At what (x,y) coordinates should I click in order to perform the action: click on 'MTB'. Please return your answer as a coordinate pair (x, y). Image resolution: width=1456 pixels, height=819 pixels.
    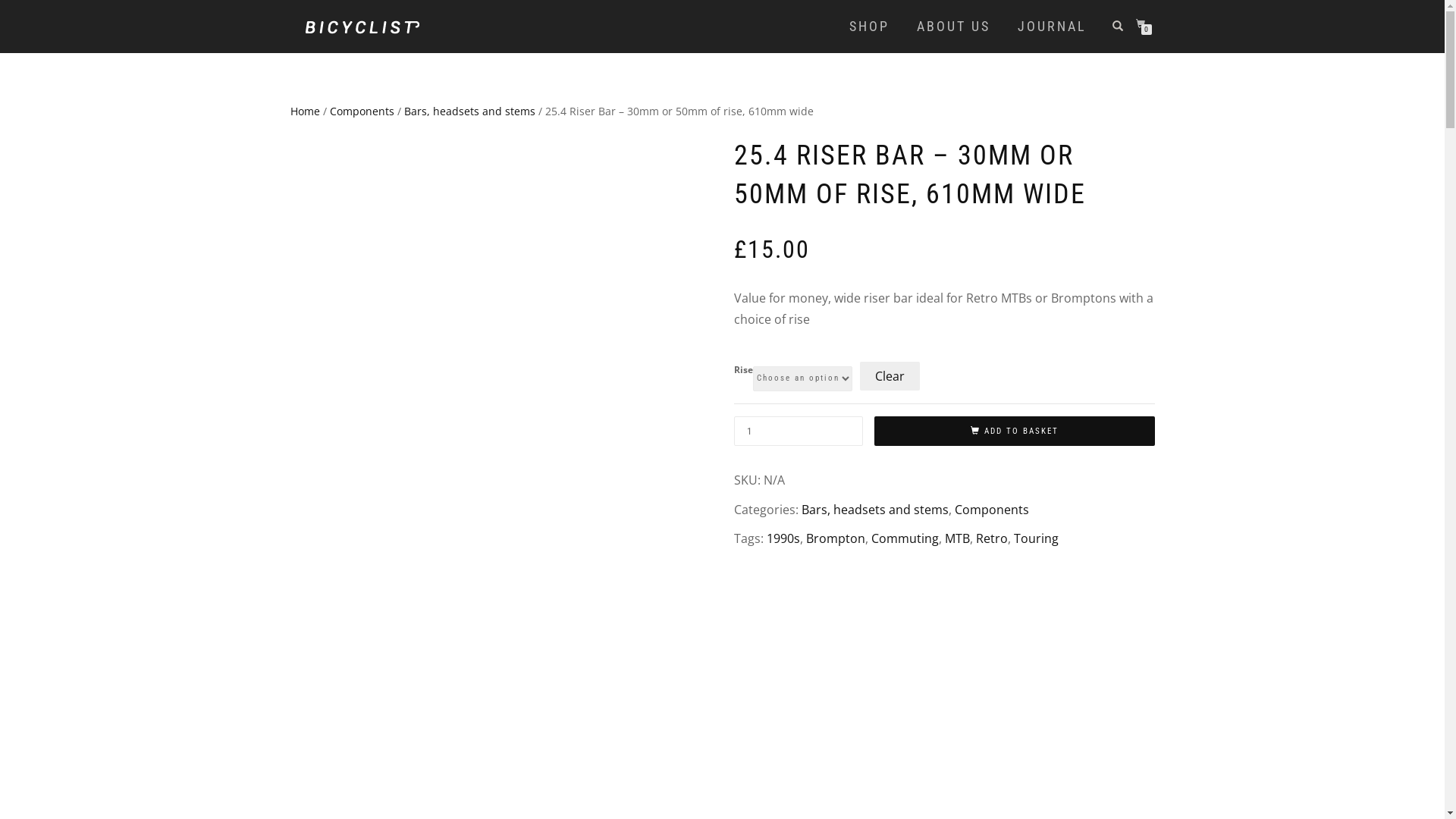
    Looking at the image, I should click on (956, 537).